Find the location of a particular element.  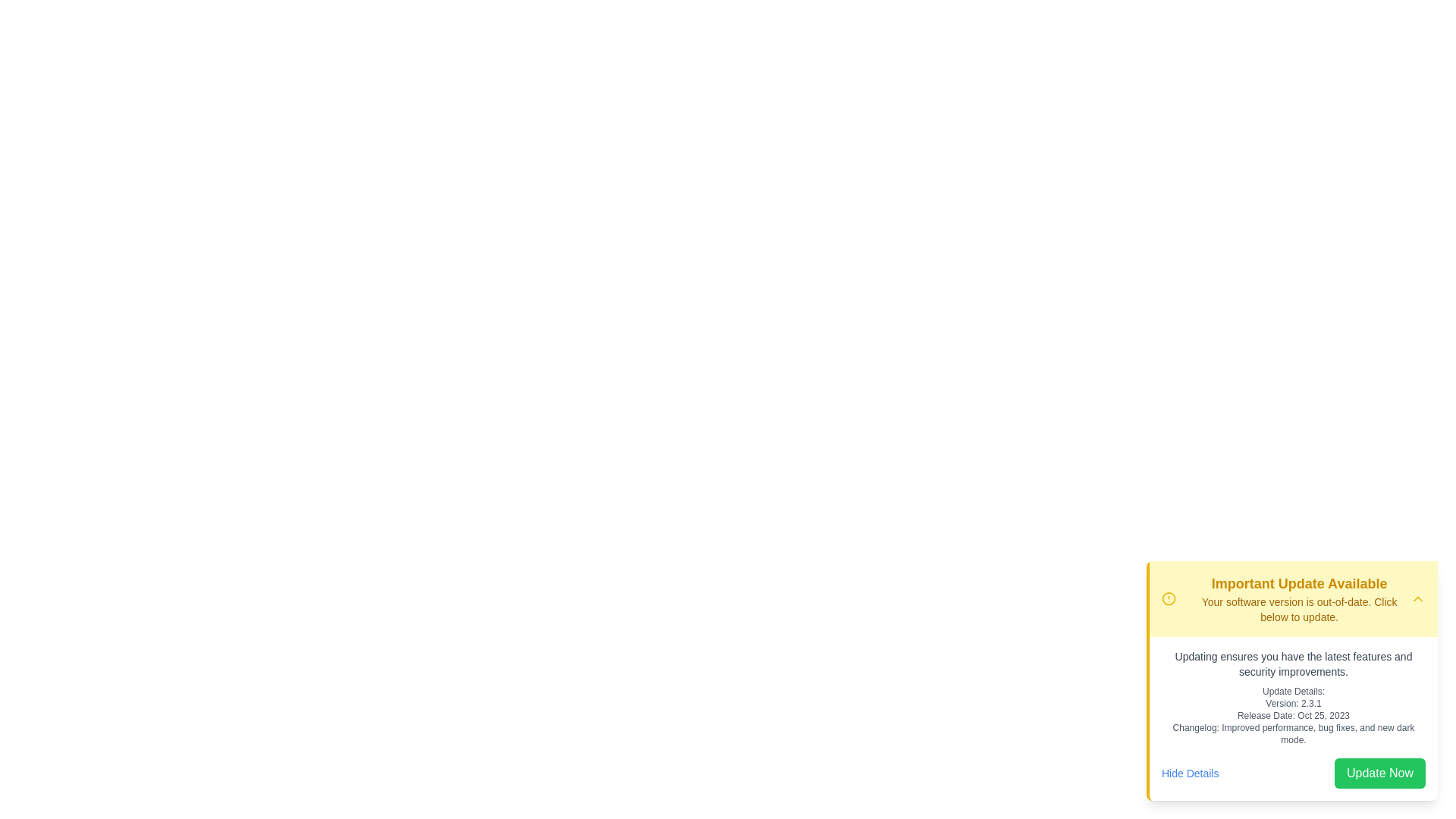

the circular icon with a yellow border that represents an alert, located to the left of the title 'Important Update Available' in the yellow notification box is located at coordinates (1168, 598).